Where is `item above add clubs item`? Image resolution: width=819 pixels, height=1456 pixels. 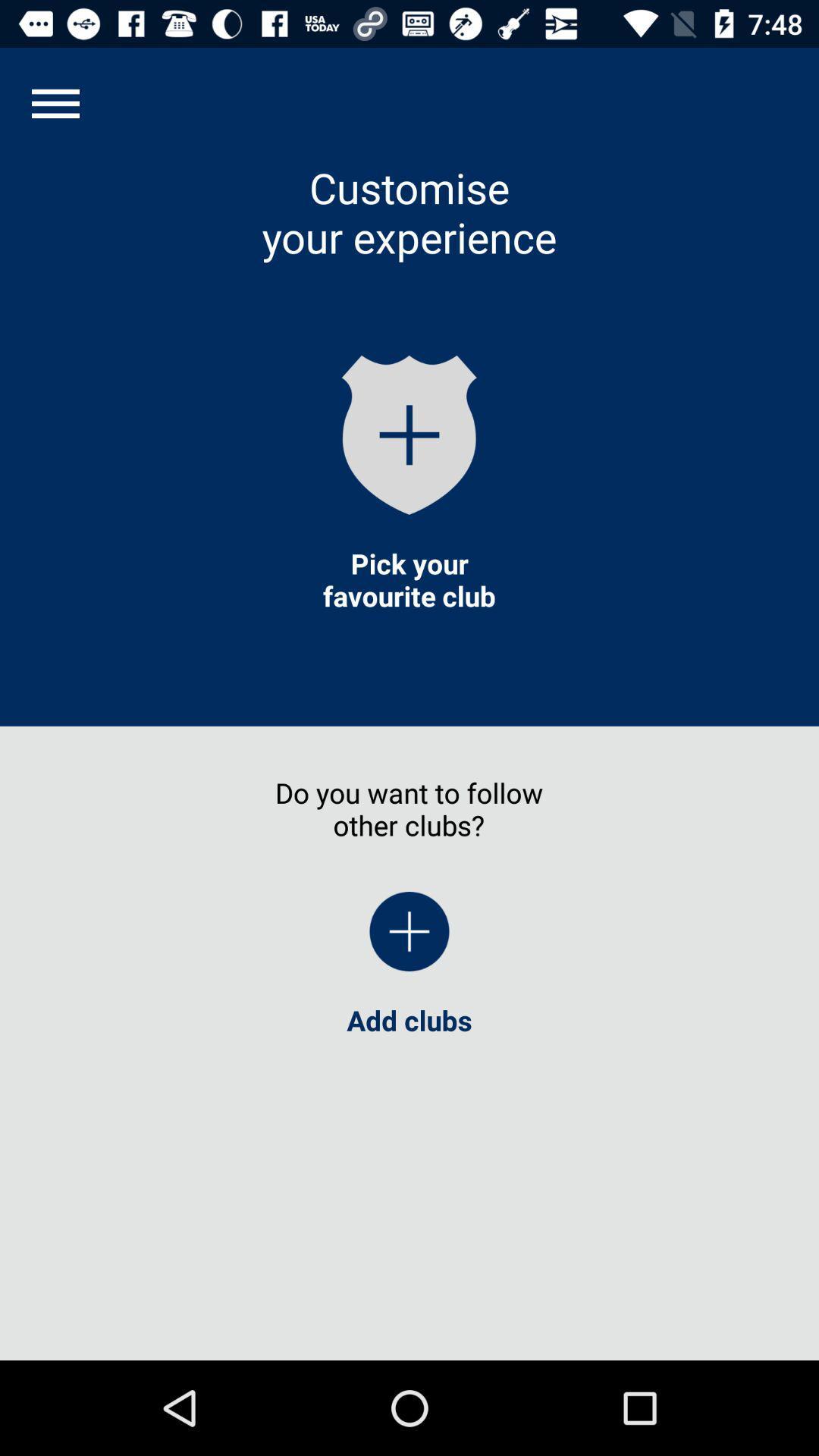 item above add clubs item is located at coordinates (55, 102).